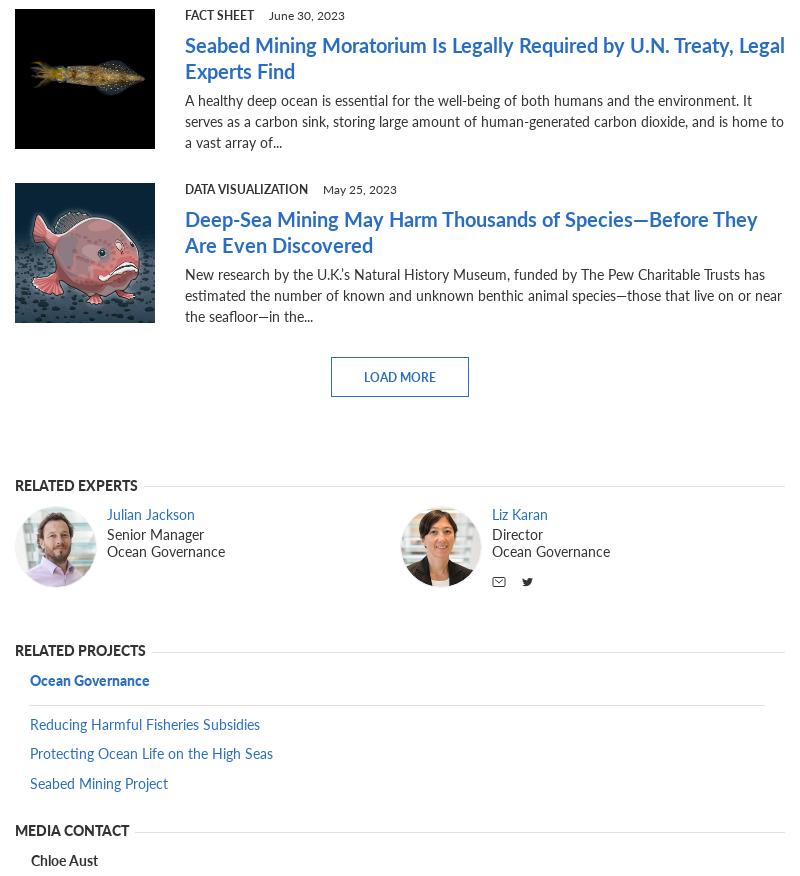  What do you see at coordinates (106, 533) in the screenshot?
I see `'Senior Manager'` at bounding box center [106, 533].